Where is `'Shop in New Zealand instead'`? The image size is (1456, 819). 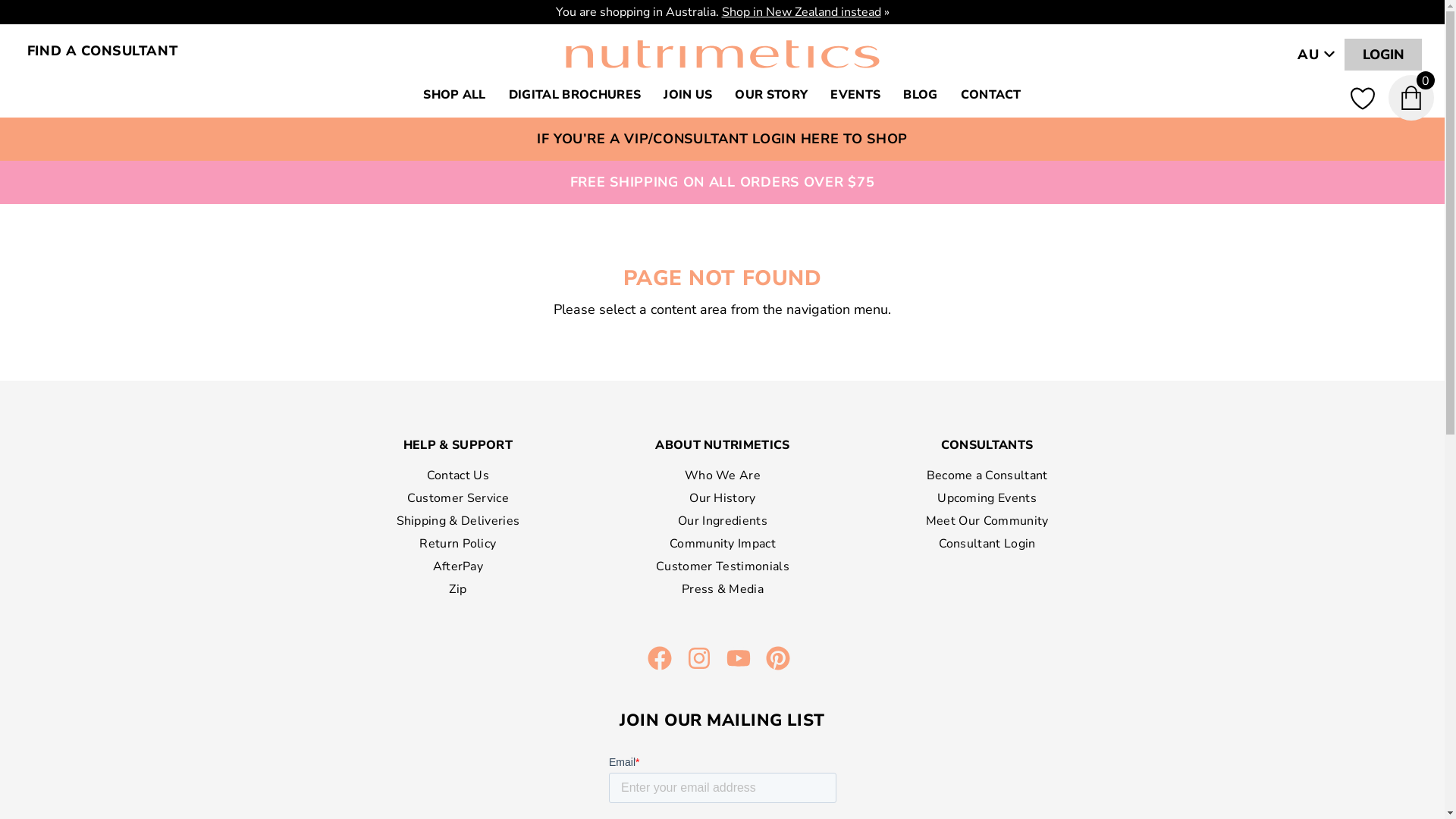 'Shop in New Zealand instead' is located at coordinates (800, 11).